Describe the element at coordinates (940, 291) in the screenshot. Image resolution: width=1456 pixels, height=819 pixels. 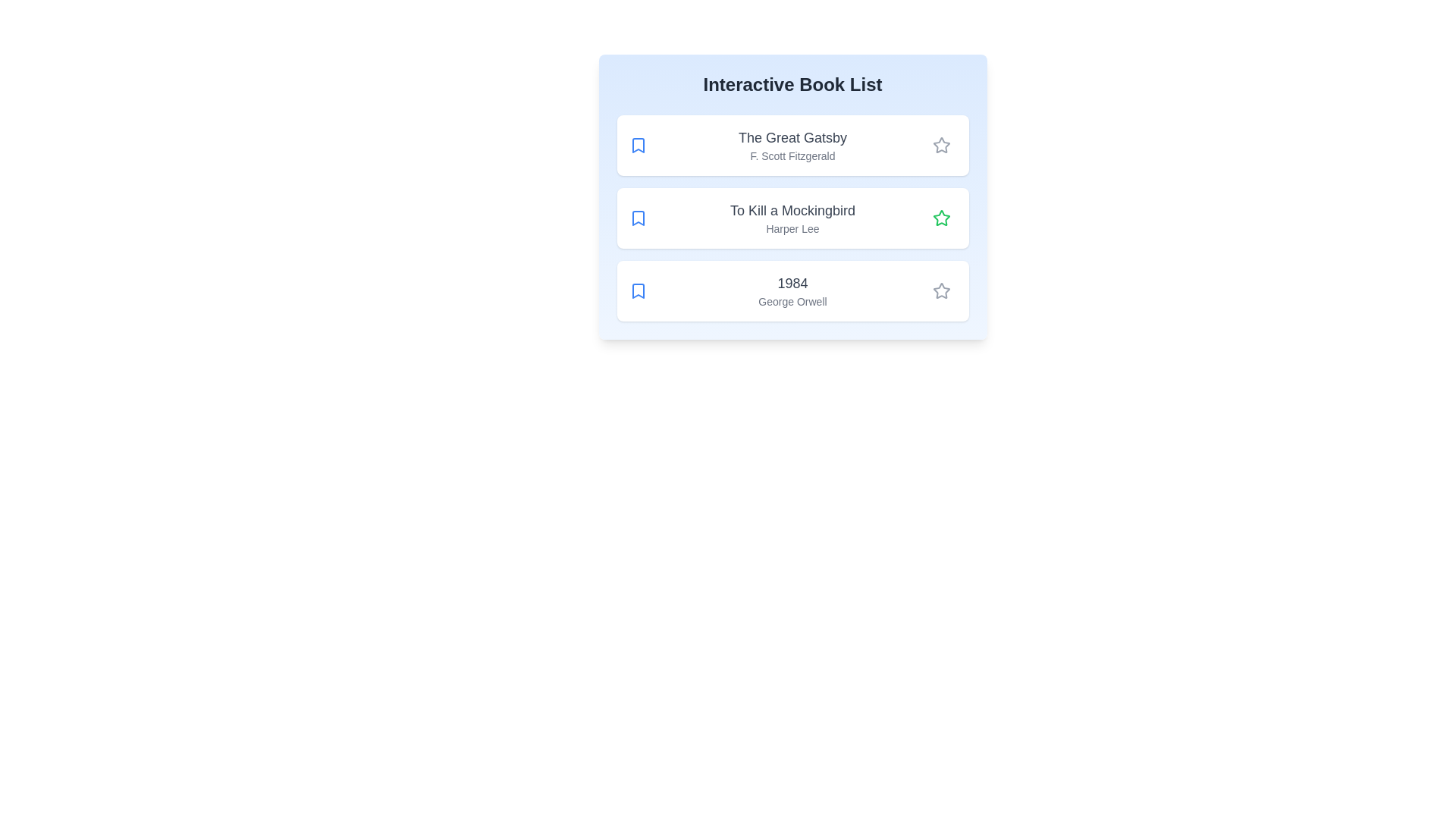
I see `the star icon next to the book titled '1984' to toggle its read status` at that location.